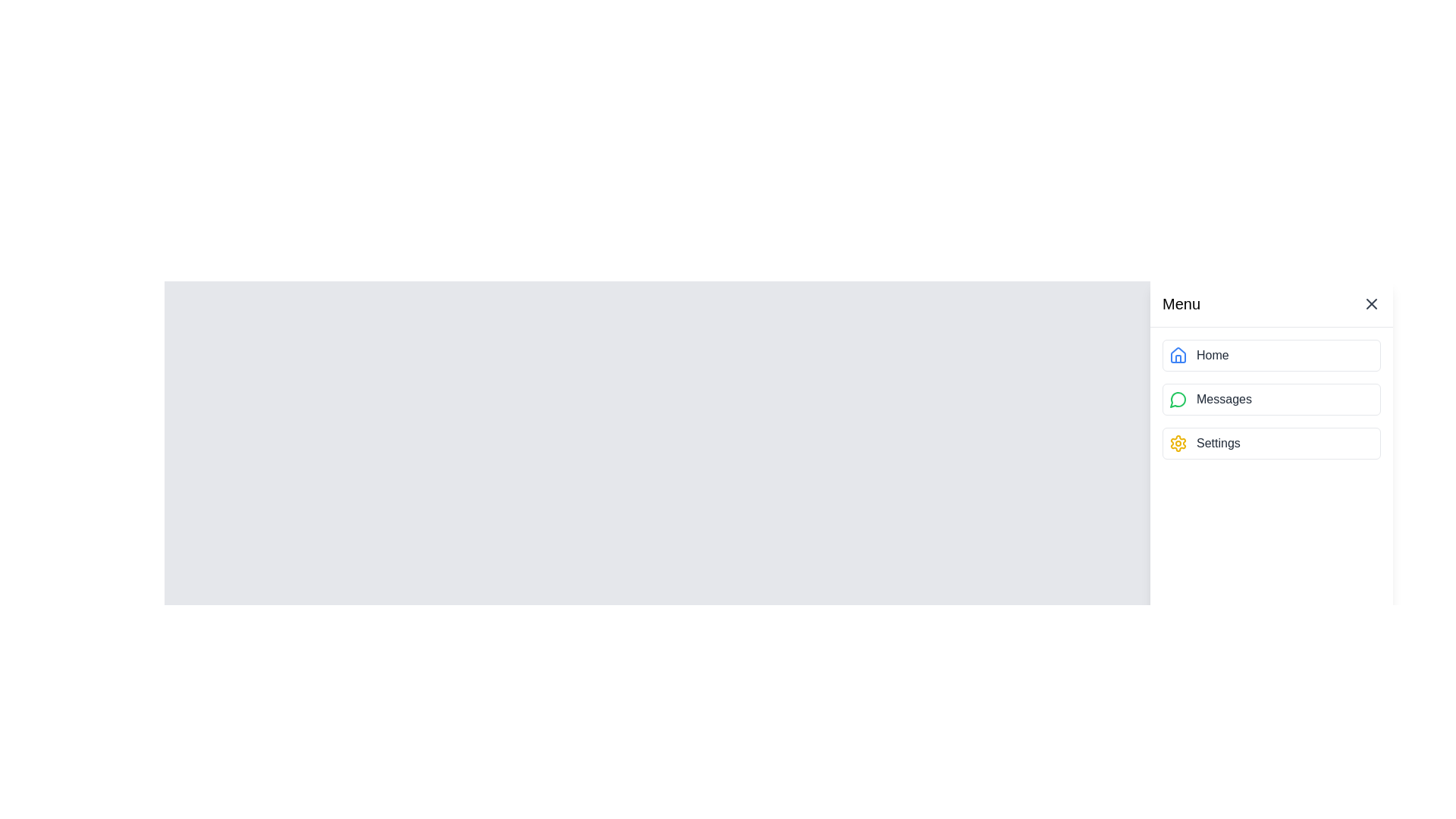 This screenshot has height=819, width=1456. I want to click on the green circular icon in the vertical navigation menu labeled 'Messages', located beneath 'Home' and above 'Settings', so click(1177, 399).